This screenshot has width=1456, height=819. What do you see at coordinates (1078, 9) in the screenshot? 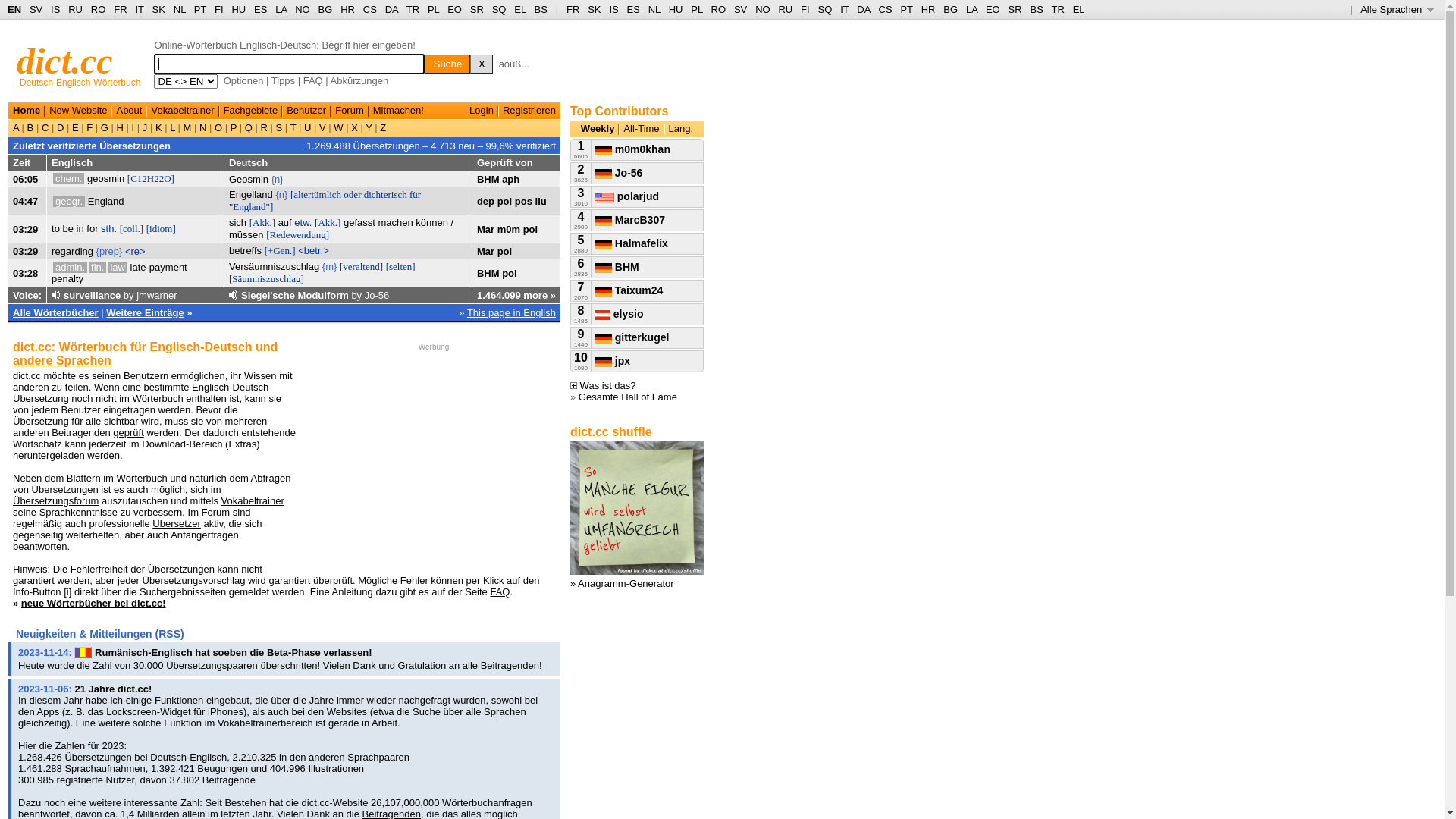
I see `'EL'` at bounding box center [1078, 9].